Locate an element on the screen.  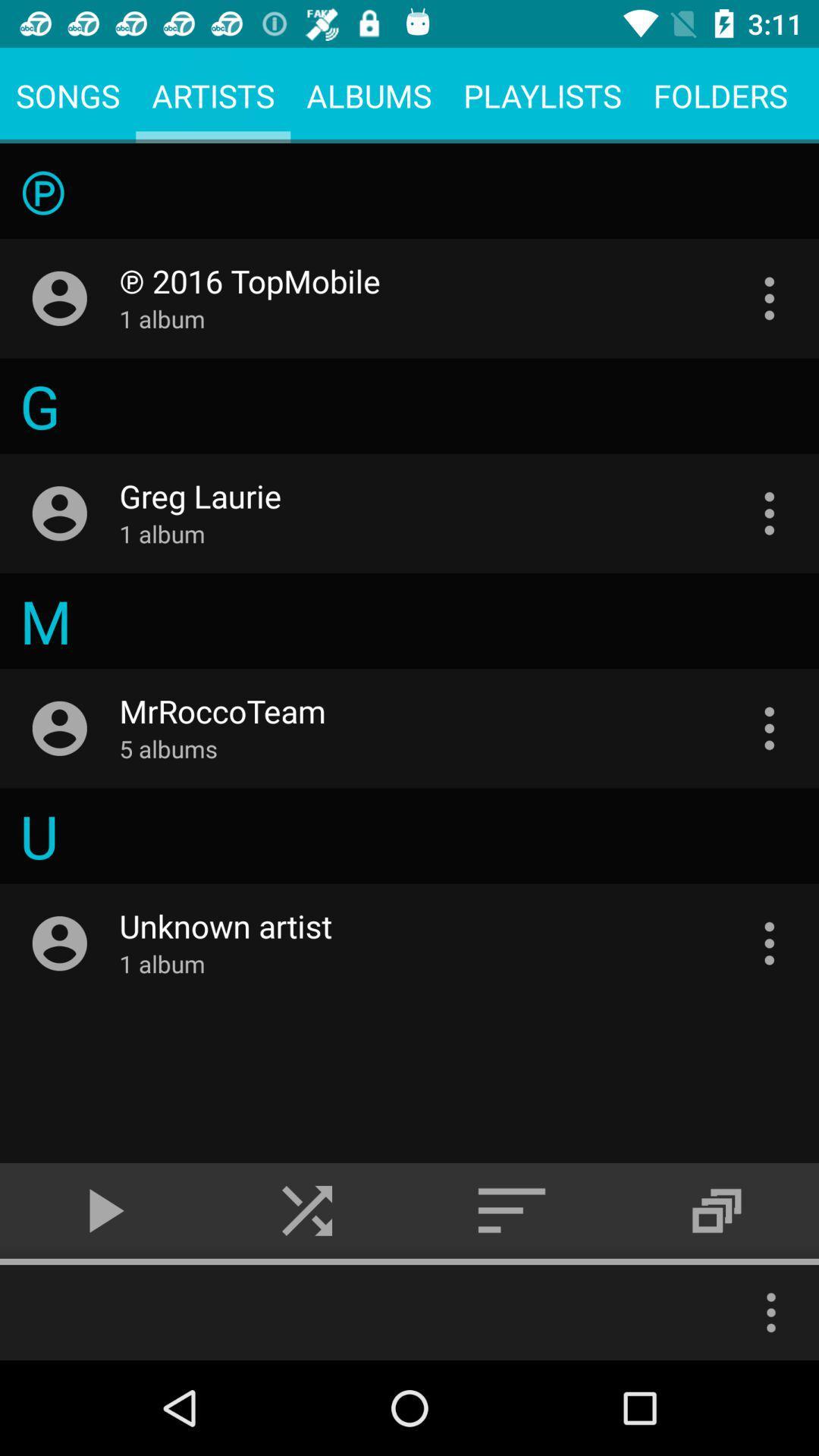
the play icon is located at coordinates (102, 1210).